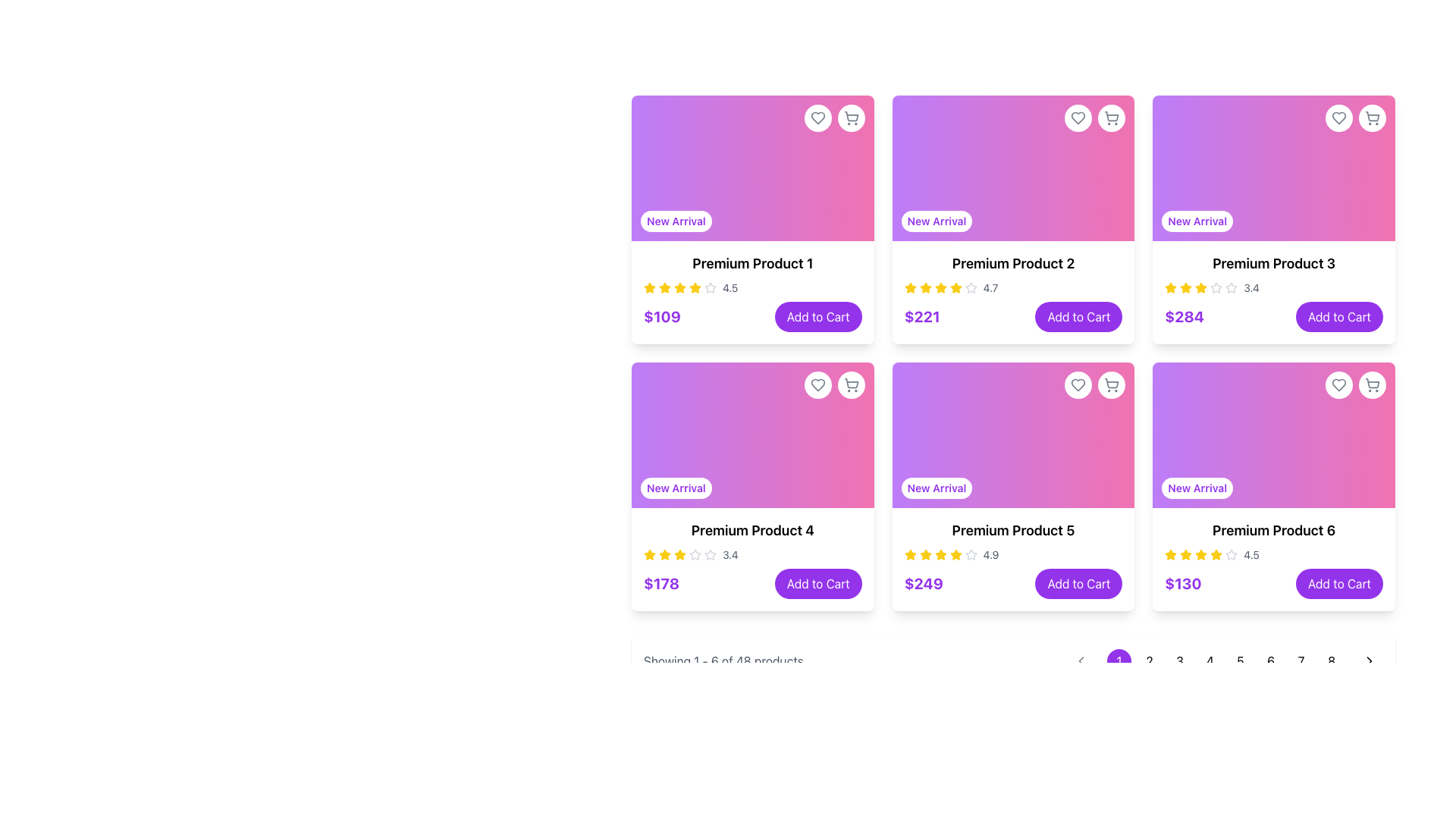 This screenshot has height=819, width=1456. What do you see at coordinates (694, 555) in the screenshot?
I see `the fifth star icon in the 'Premium Product 4' card, which indicates a rating point that hasn't been awarded` at bounding box center [694, 555].